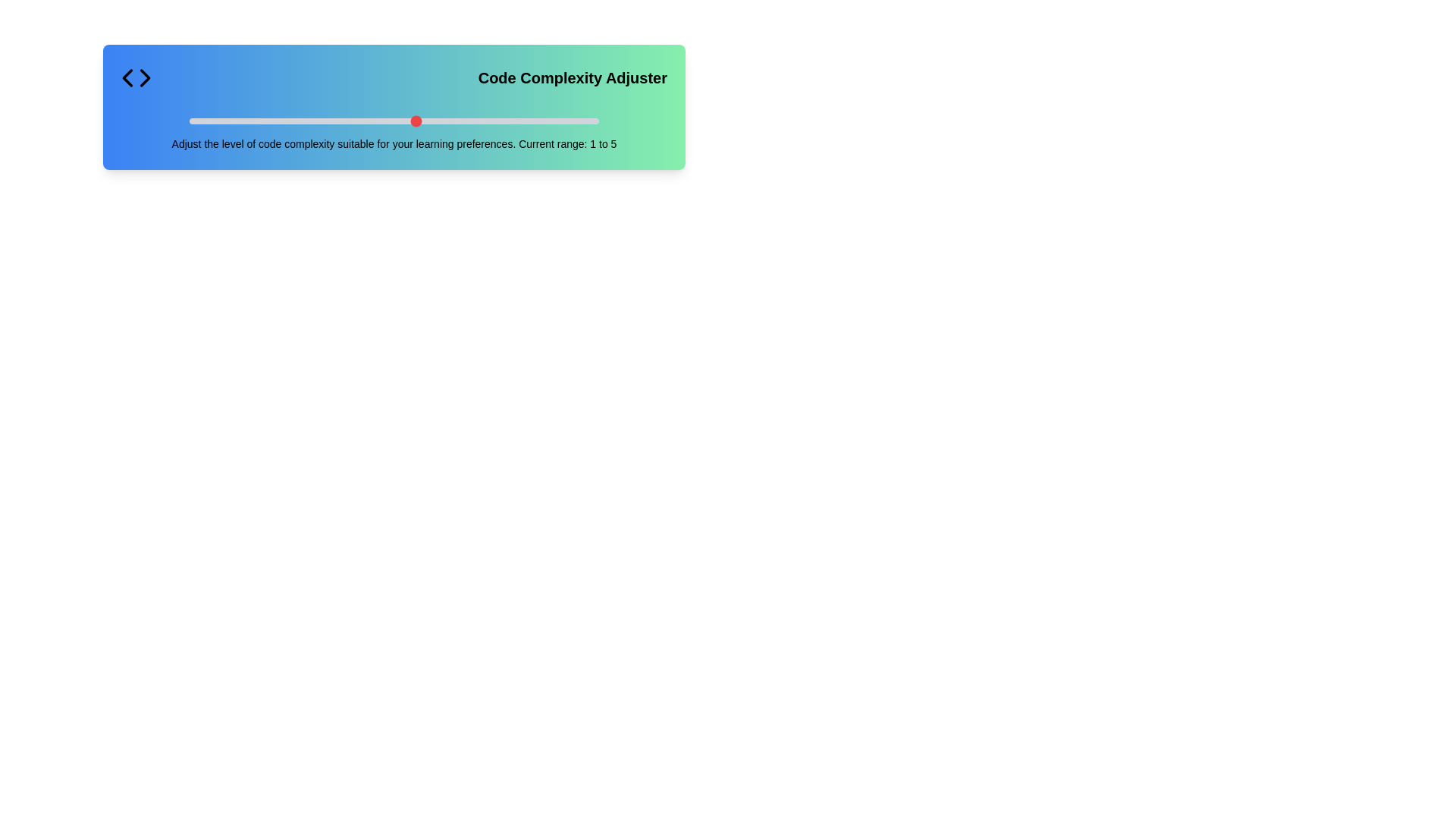 This screenshot has width=1456, height=819. What do you see at coordinates (552, 120) in the screenshot?
I see `the slider to set the code complexity to 9` at bounding box center [552, 120].